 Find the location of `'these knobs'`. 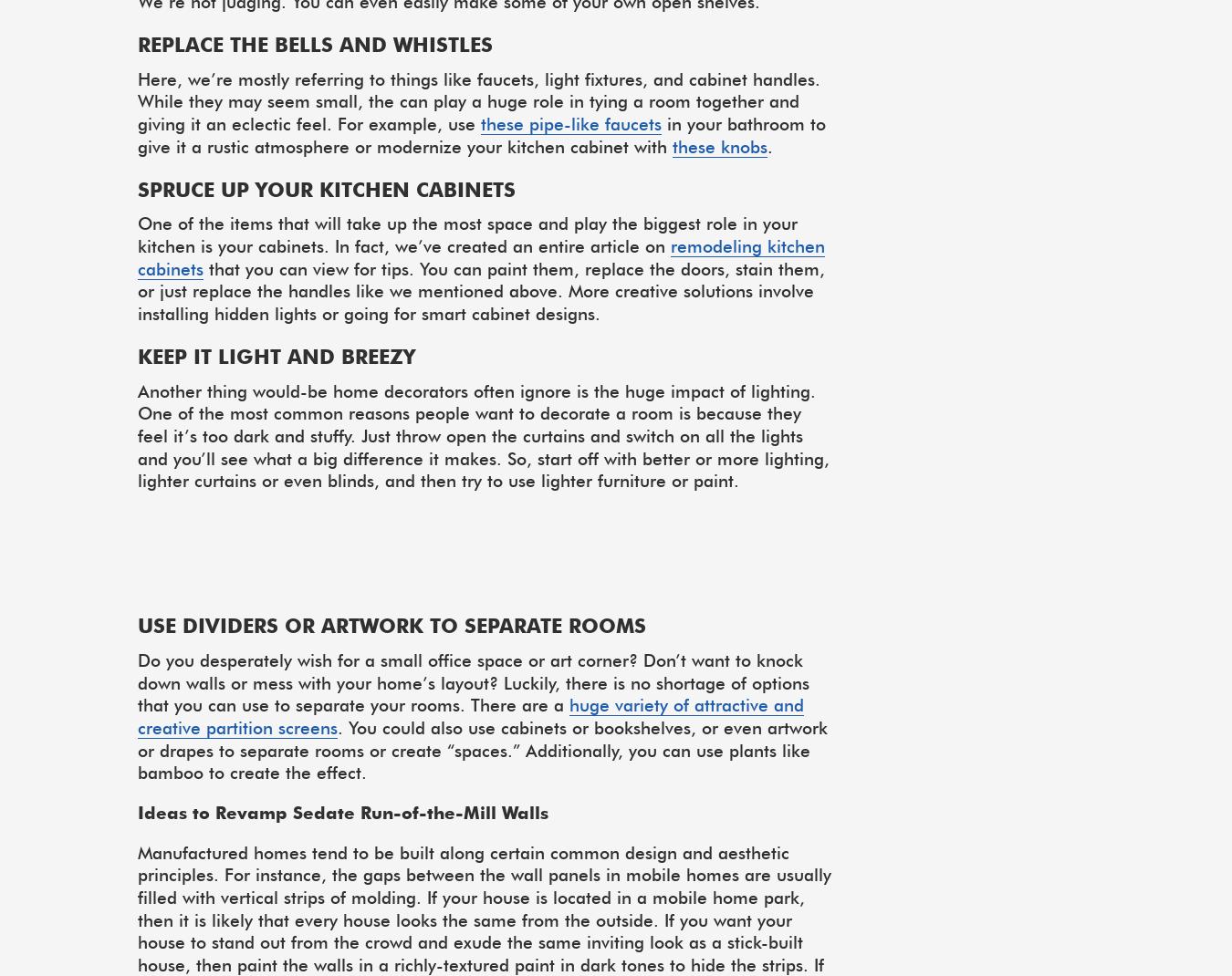

'these knobs' is located at coordinates (671, 145).